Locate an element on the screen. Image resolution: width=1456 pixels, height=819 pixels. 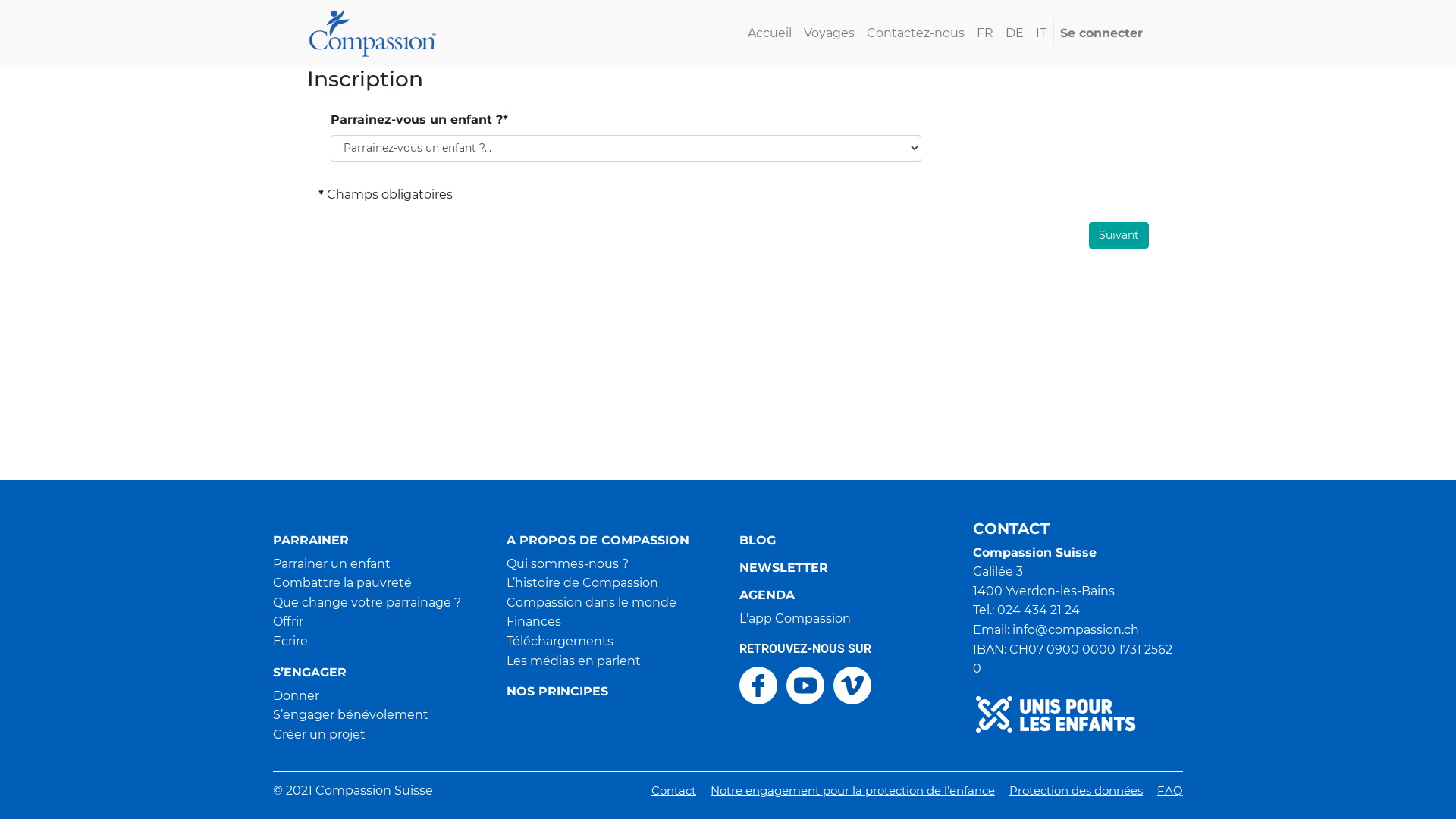
'Finances' is located at coordinates (506, 621).